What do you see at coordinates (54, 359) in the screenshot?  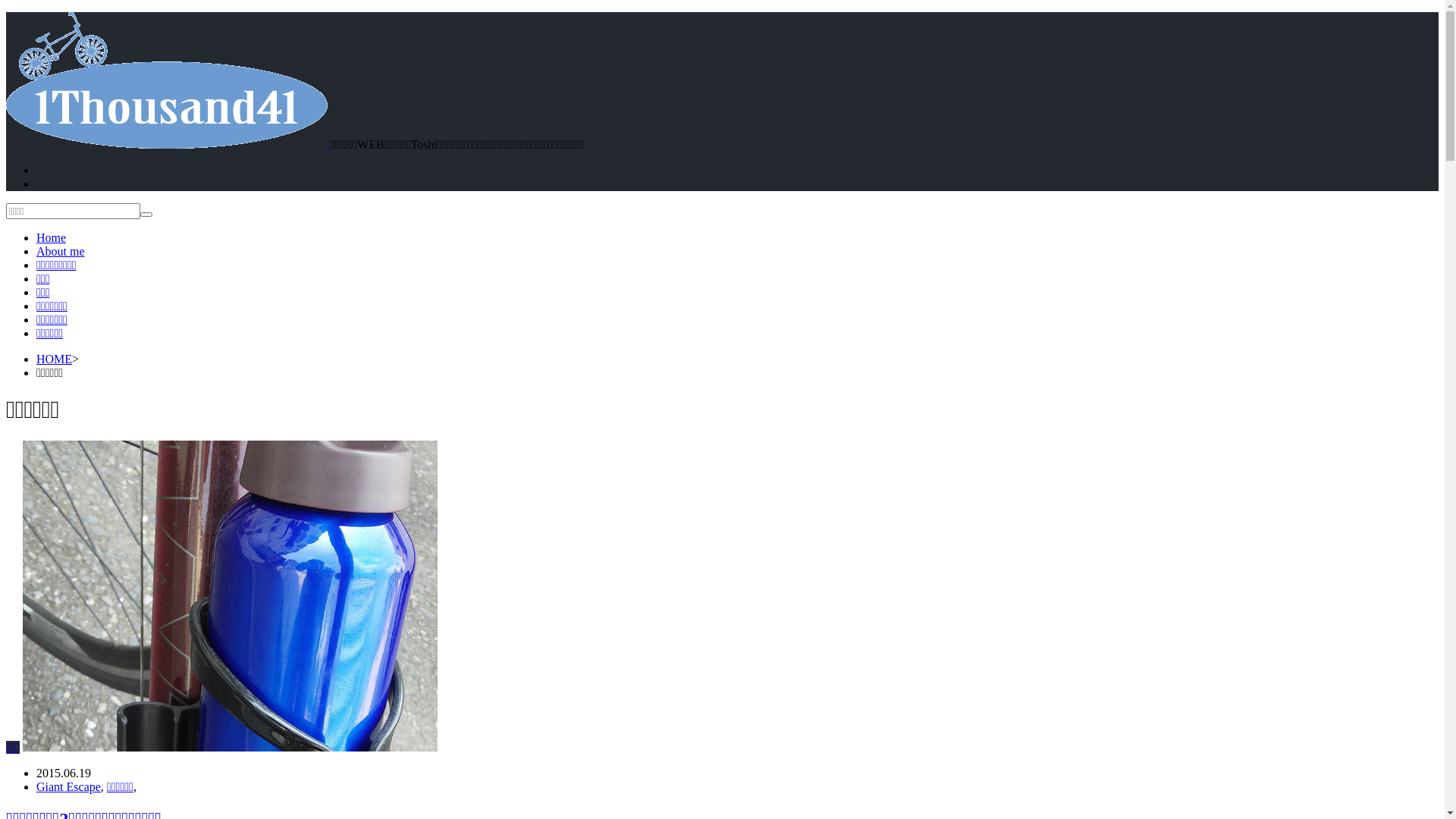 I see `'HOME'` at bounding box center [54, 359].